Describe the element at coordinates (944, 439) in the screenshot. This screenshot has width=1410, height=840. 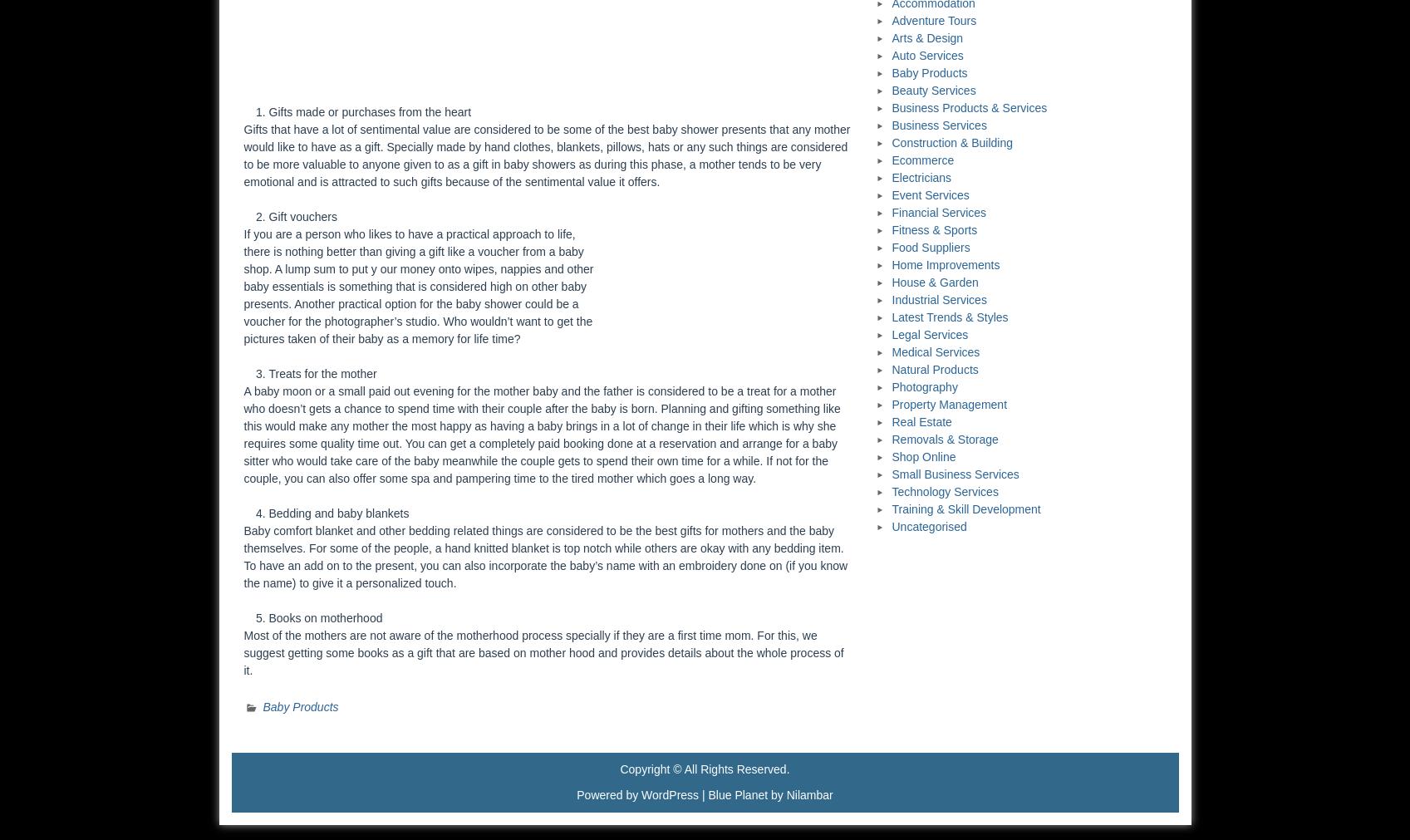
I see `'Removals & Storage'` at that location.